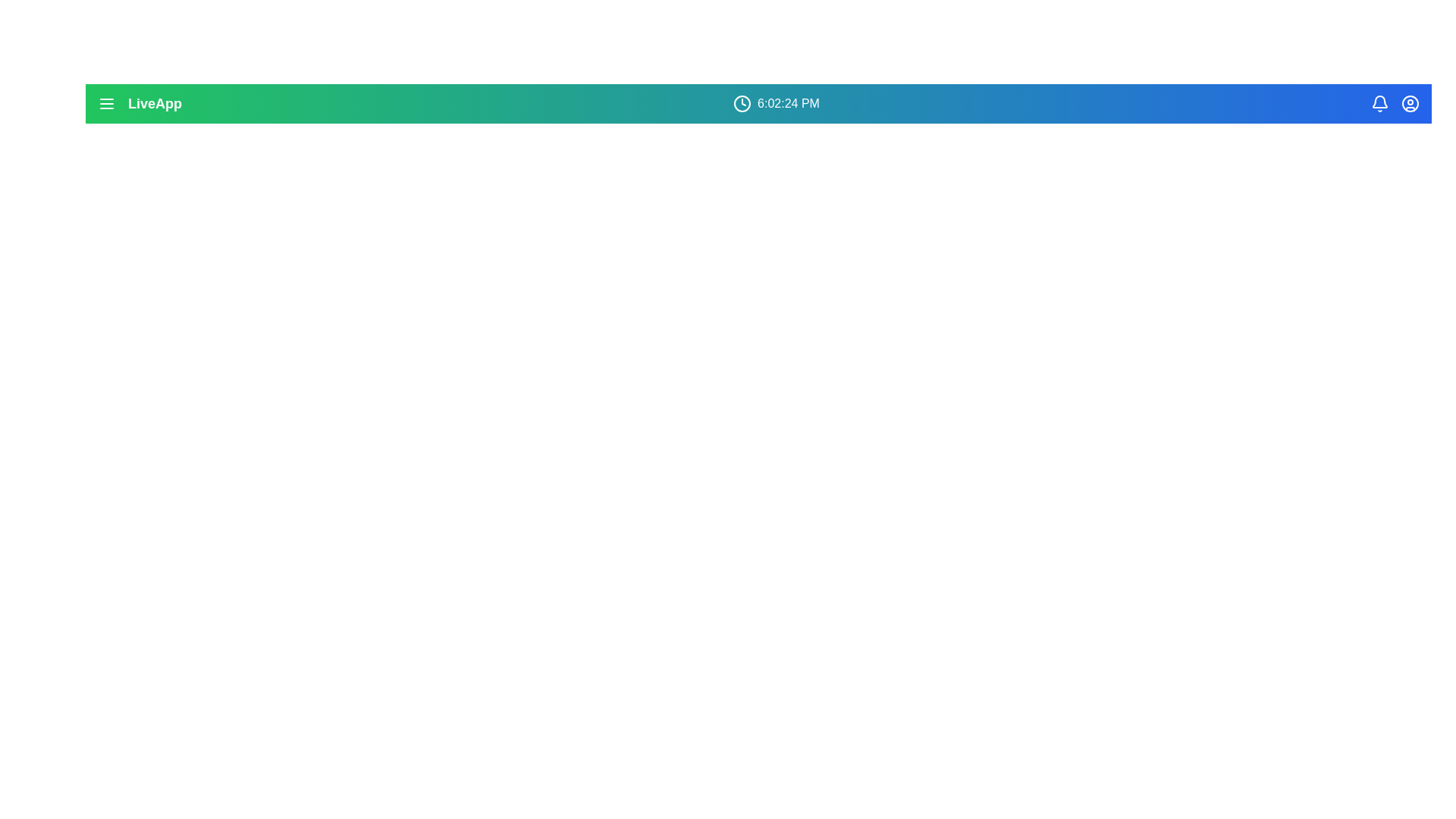 This screenshot has height=819, width=1456. I want to click on the user icon to view profile settings, so click(1410, 103).